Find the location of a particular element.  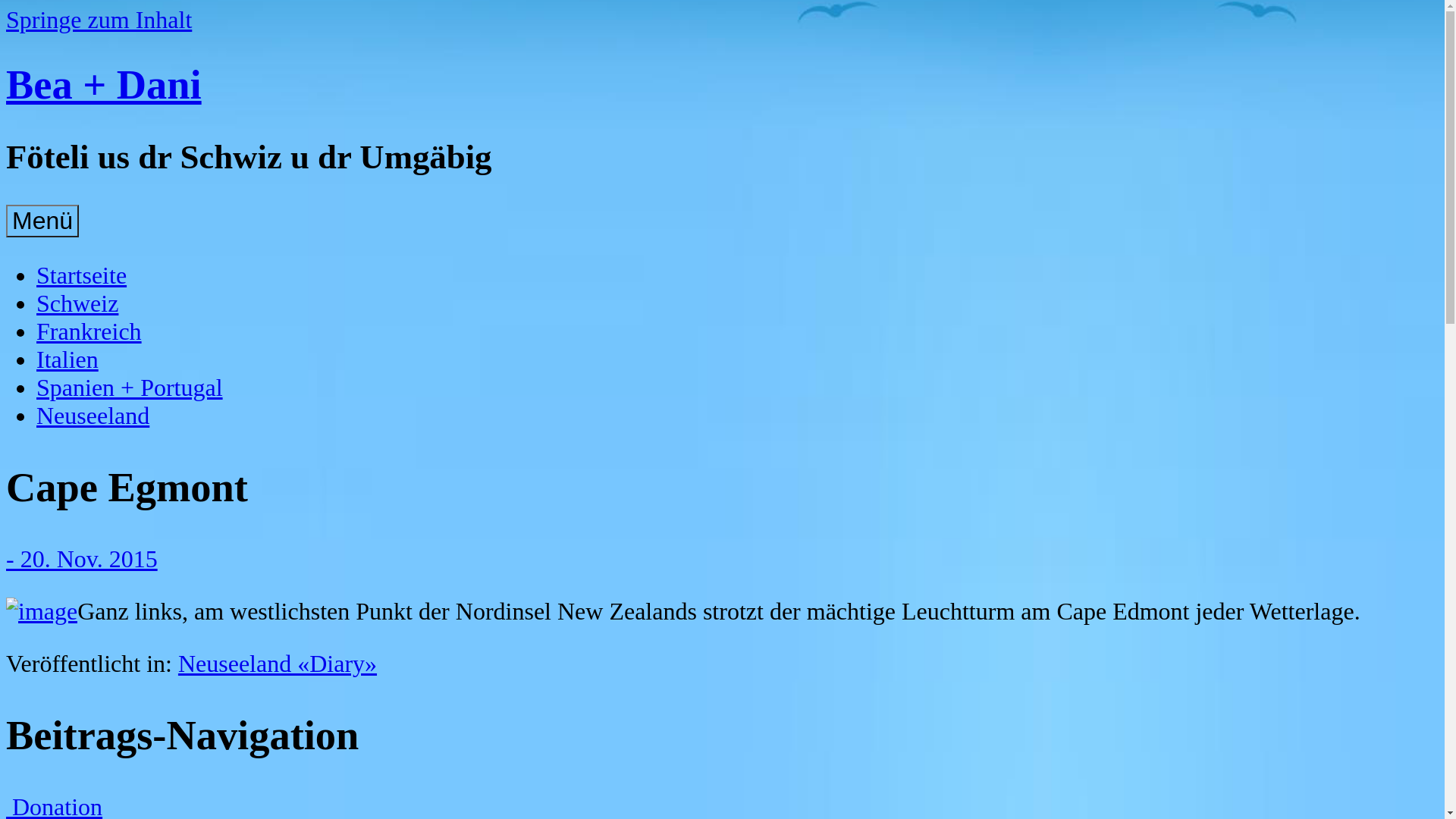

'Springe zum Inhalt' is located at coordinates (98, 20).